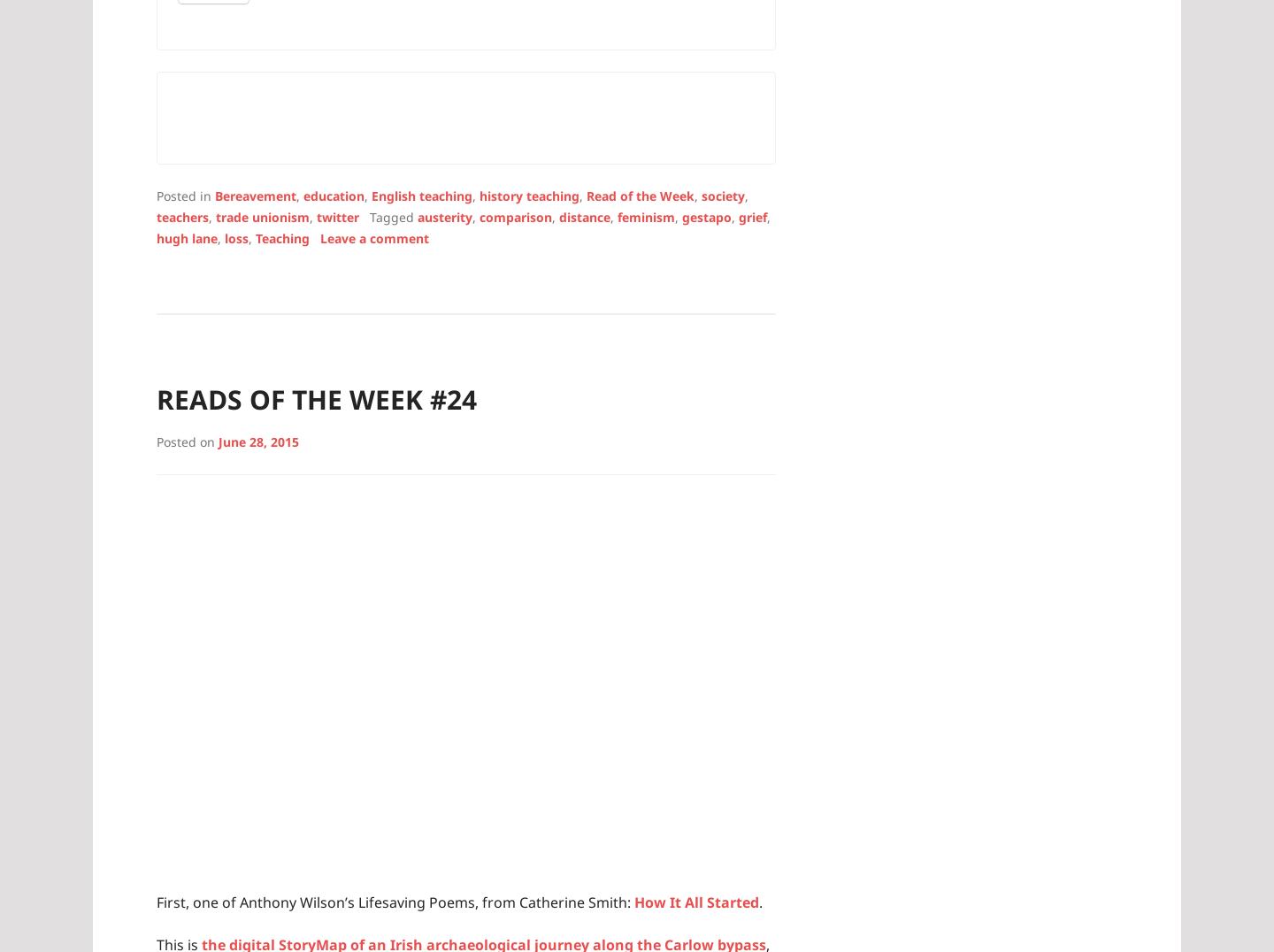  I want to click on 'comparison', so click(516, 216).